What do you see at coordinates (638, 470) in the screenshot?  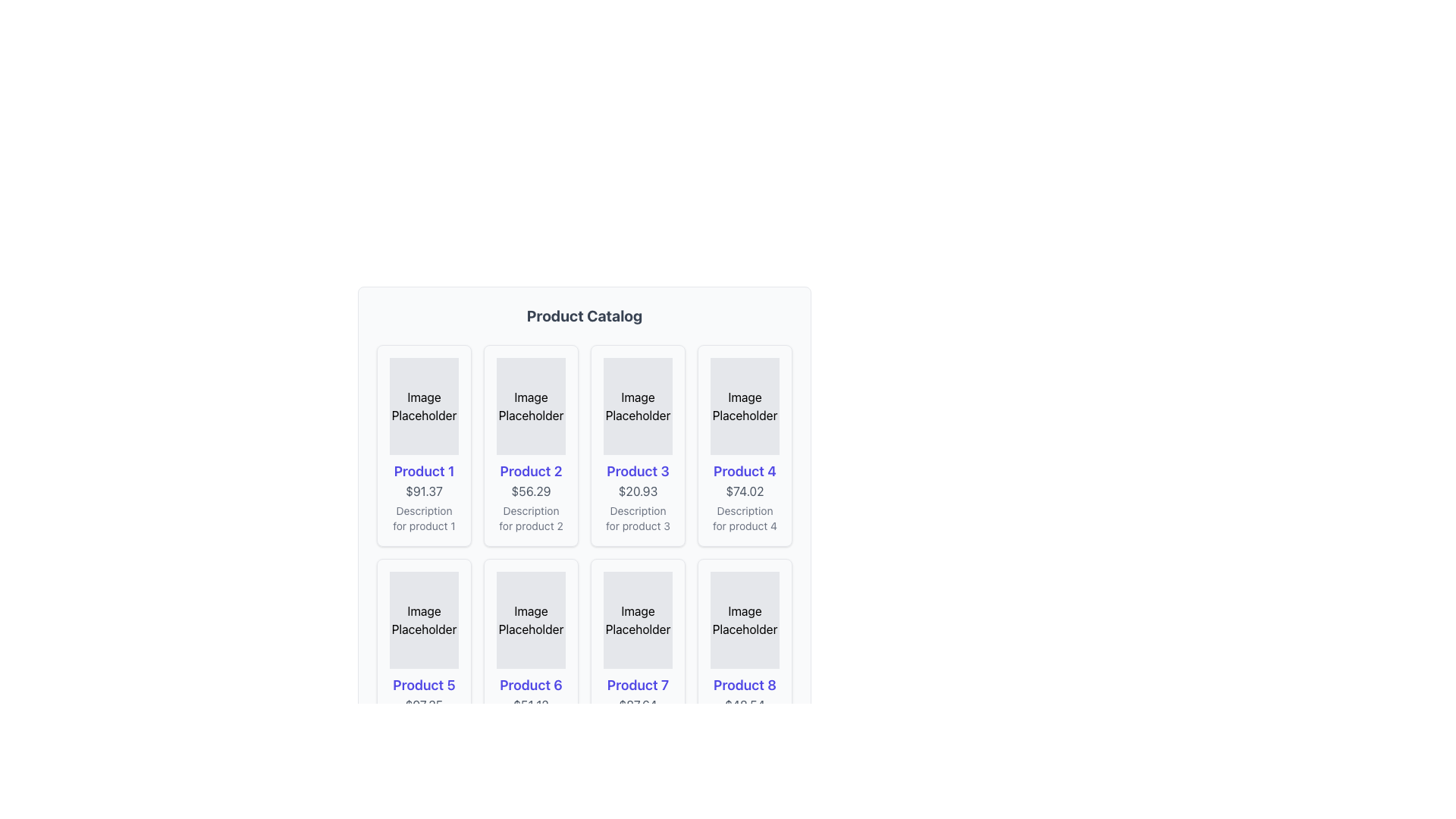 I see `the third product title in the product catalog interface, which is located below the image placeholder and above the price text ($20.93) and product description (Description for product 3)` at bounding box center [638, 470].